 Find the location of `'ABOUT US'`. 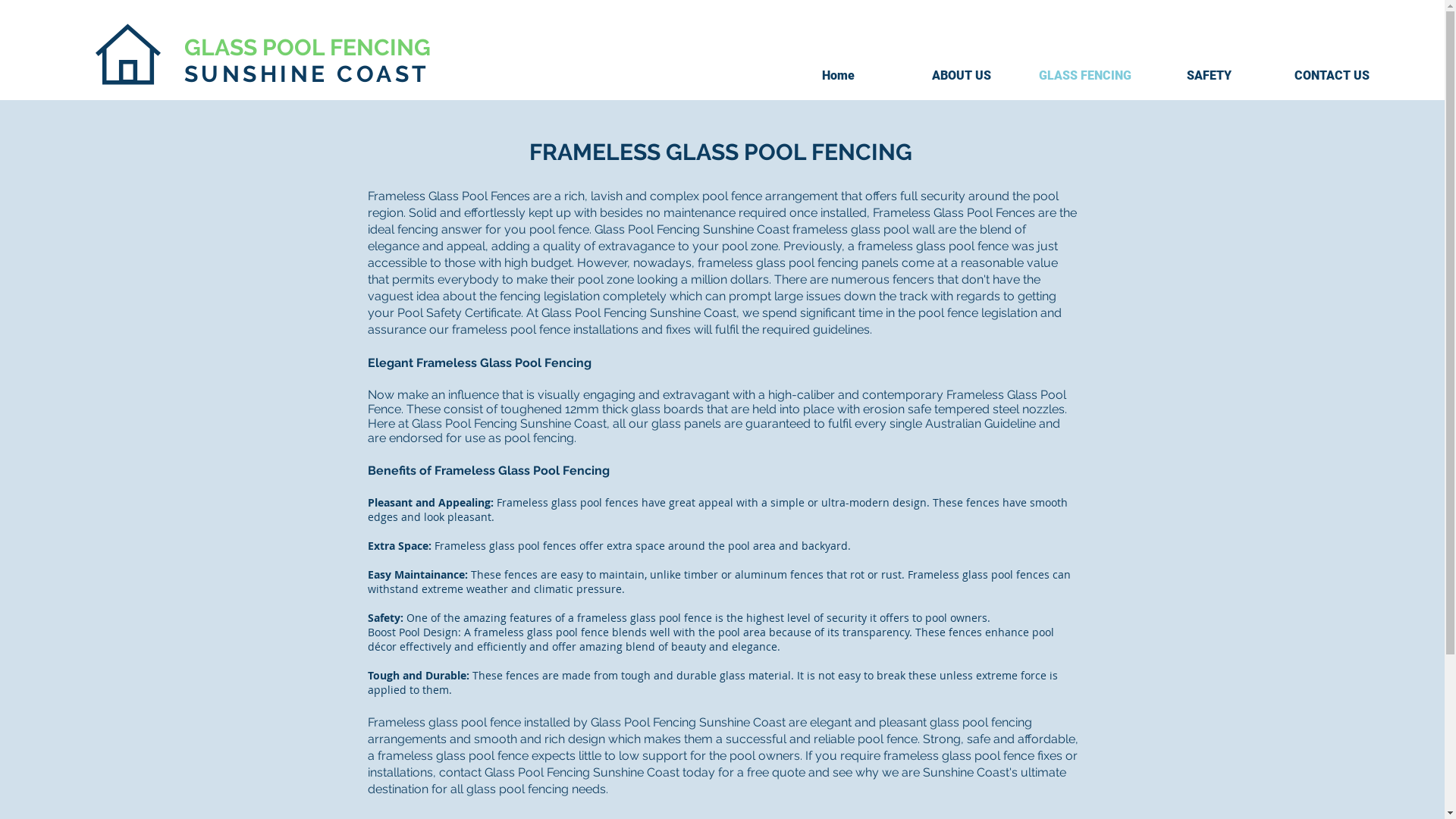

'ABOUT US' is located at coordinates (960, 76).